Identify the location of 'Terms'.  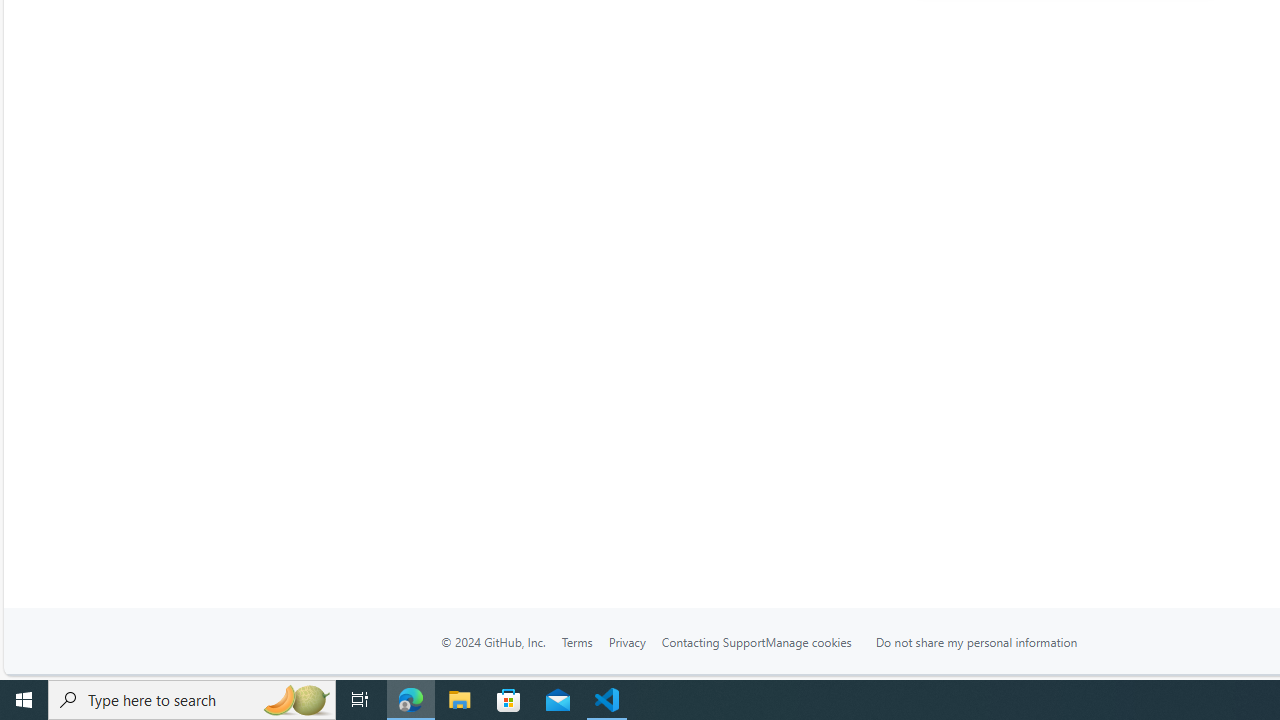
(575, 641).